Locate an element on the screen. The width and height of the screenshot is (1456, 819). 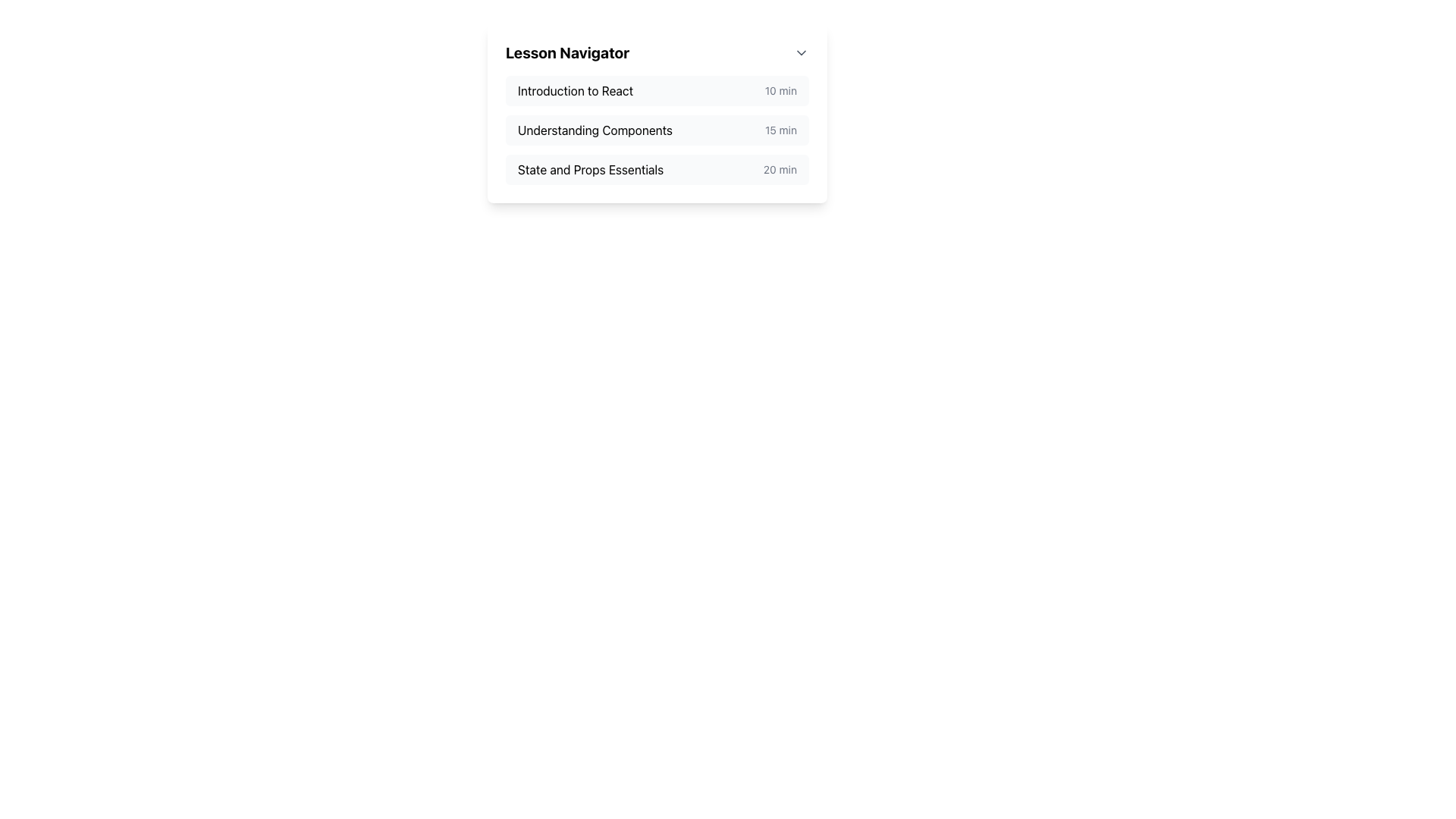
text content of the list component titled 'Lesson Navigator', which contains items like 'Introduction to React', 'Understanding Components', and 'State and Props Essentials' is located at coordinates (657, 130).